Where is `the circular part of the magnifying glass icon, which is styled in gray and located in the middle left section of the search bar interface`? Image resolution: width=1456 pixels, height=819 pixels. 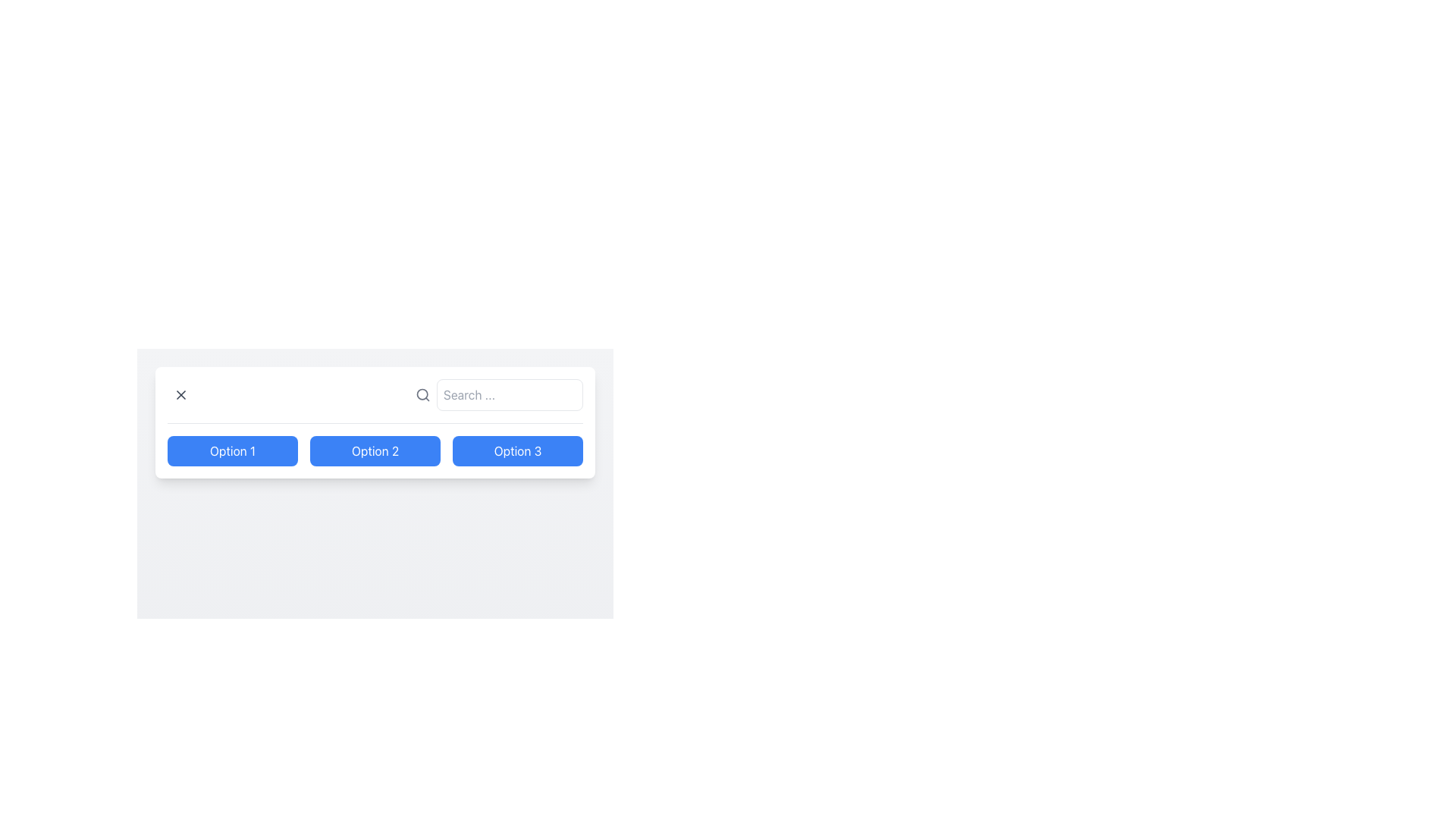
the circular part of the magnifying glass icon, which is styled in gray and located in the middle left section of the search bar interface is located at coordinates (422, 394).